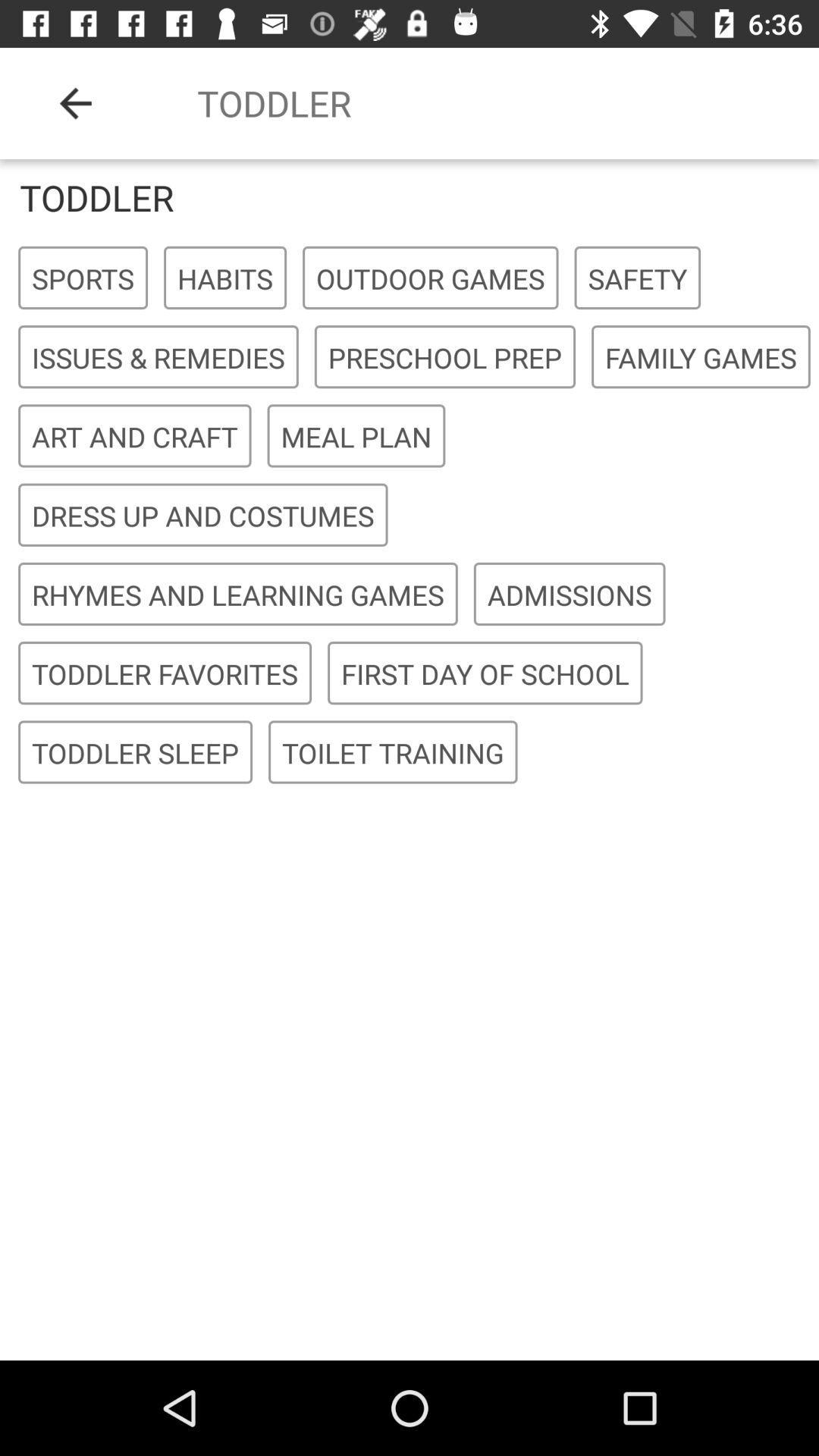 The height and width of the screenshot is (1456, 819). What do you see at coordinates (701, 356) in the screenshot?
I see `family games icon` at bounding box center [701, 356].